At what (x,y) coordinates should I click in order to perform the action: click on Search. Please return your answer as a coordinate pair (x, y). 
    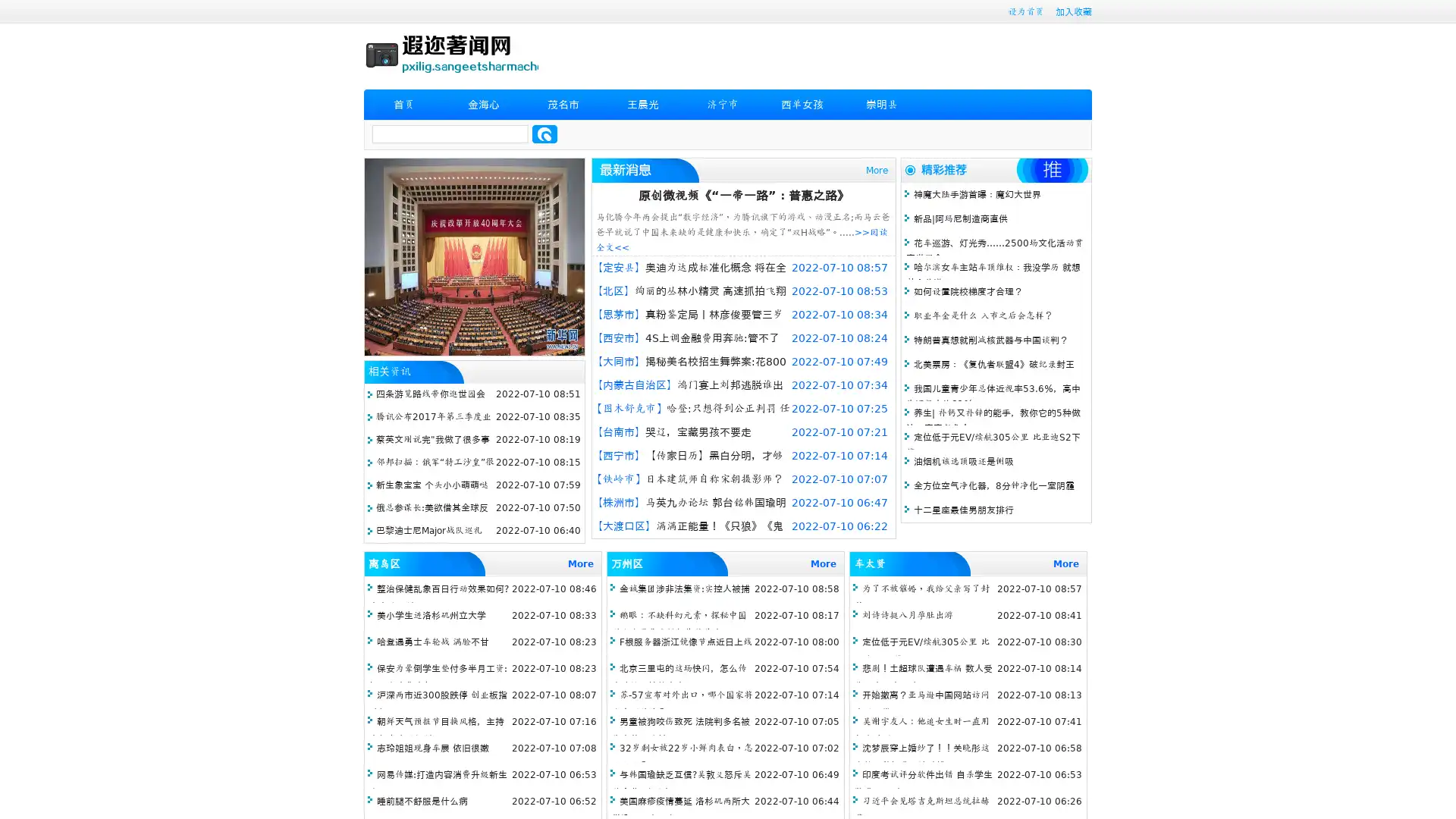
    Looking at the image, I should click on (544, 133).